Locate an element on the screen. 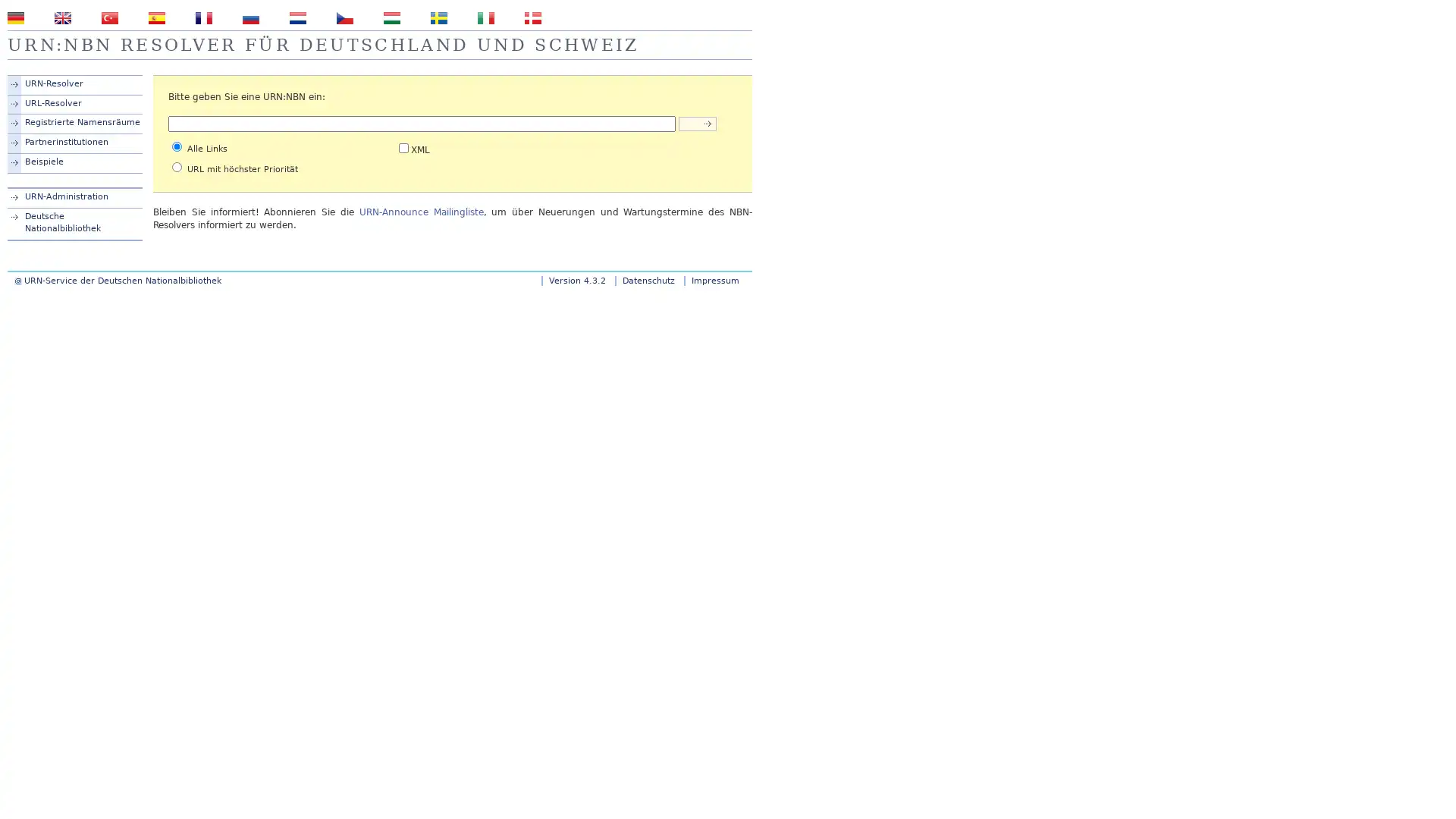 The width and height of the screenshot is (1456, 819). se is located at coordinates (438, 17).